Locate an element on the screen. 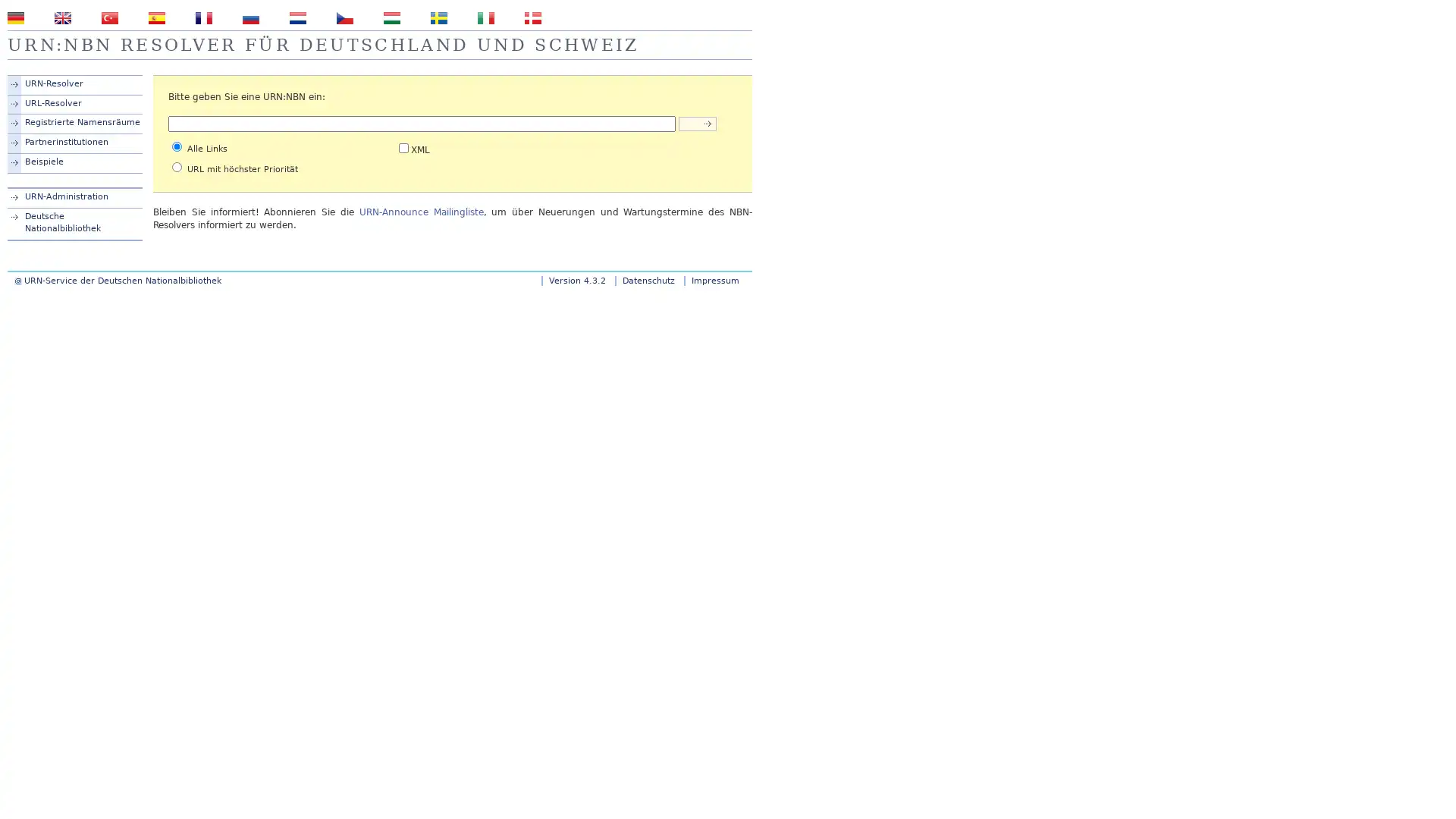 The width and height of the screenshot is (1456, 819). se is located at coordinates (438, 17).